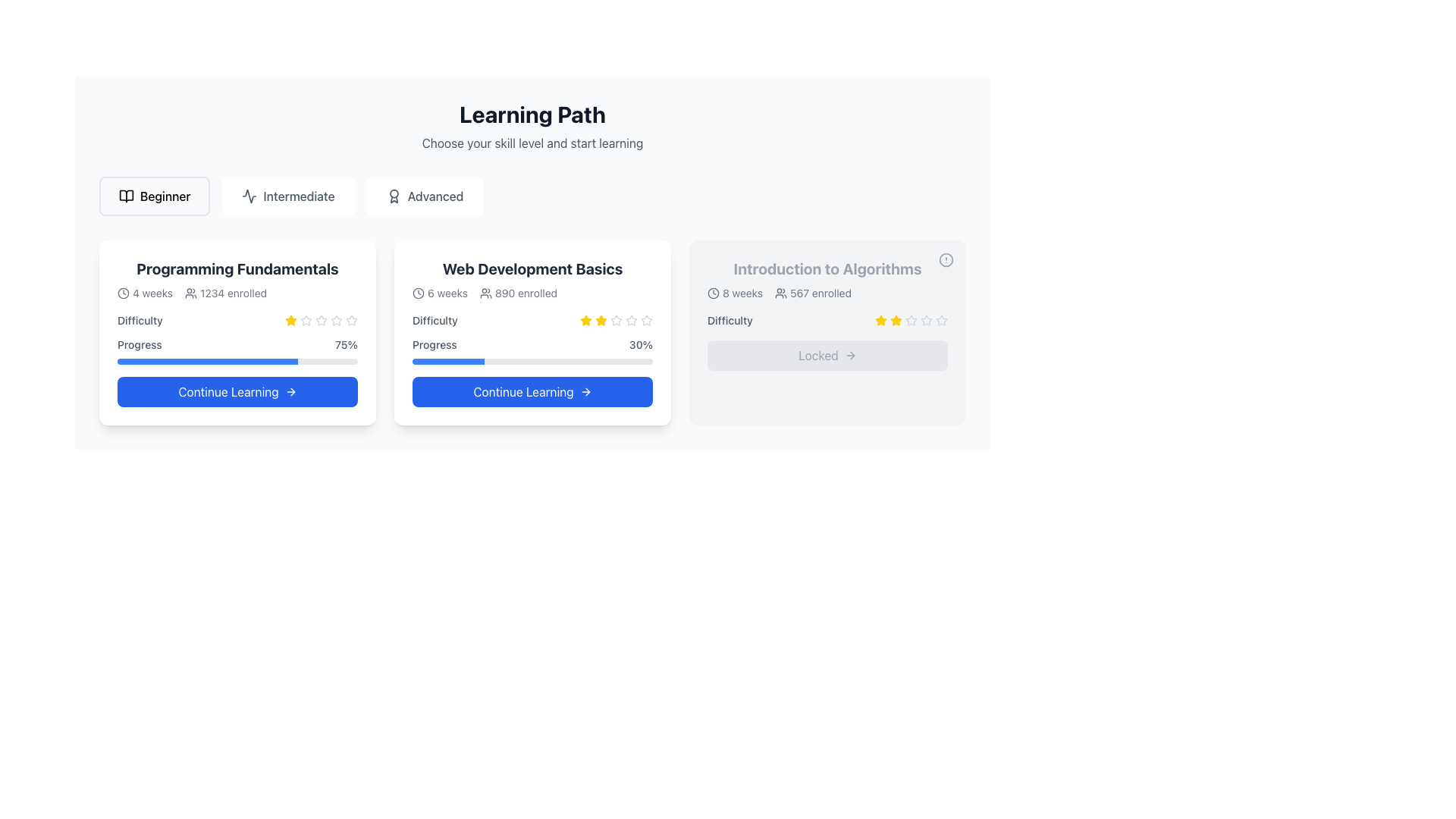 The width and height of the screenshot is (1456, 819). I want to click on the second star icon in the rating system of the 'Difficulty' section on the 'Programming Fundamentals' course card, so click(336, 319).